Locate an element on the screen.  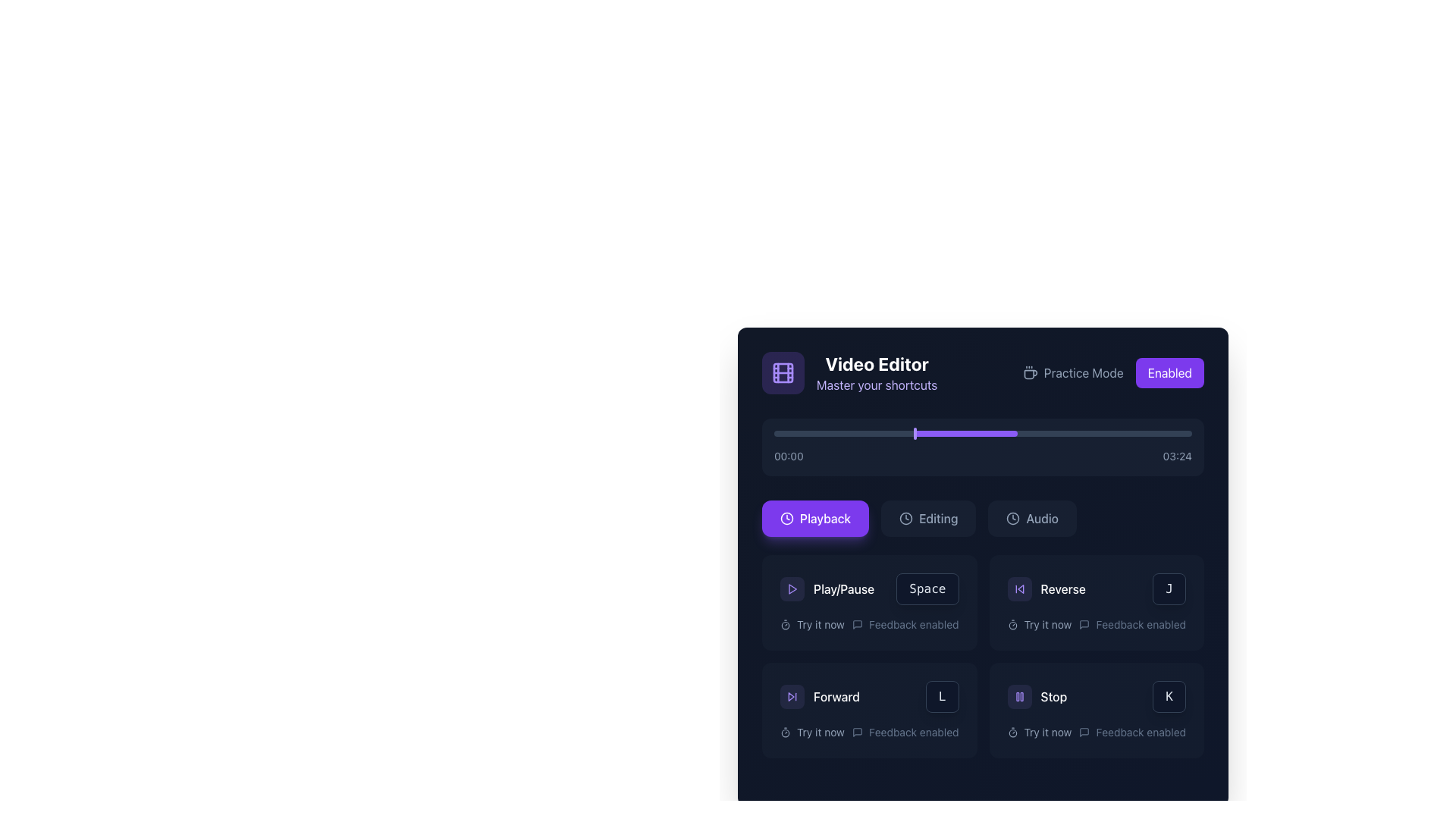
the Icon button within the 'Forward' button is located at coordinates (792, 696).